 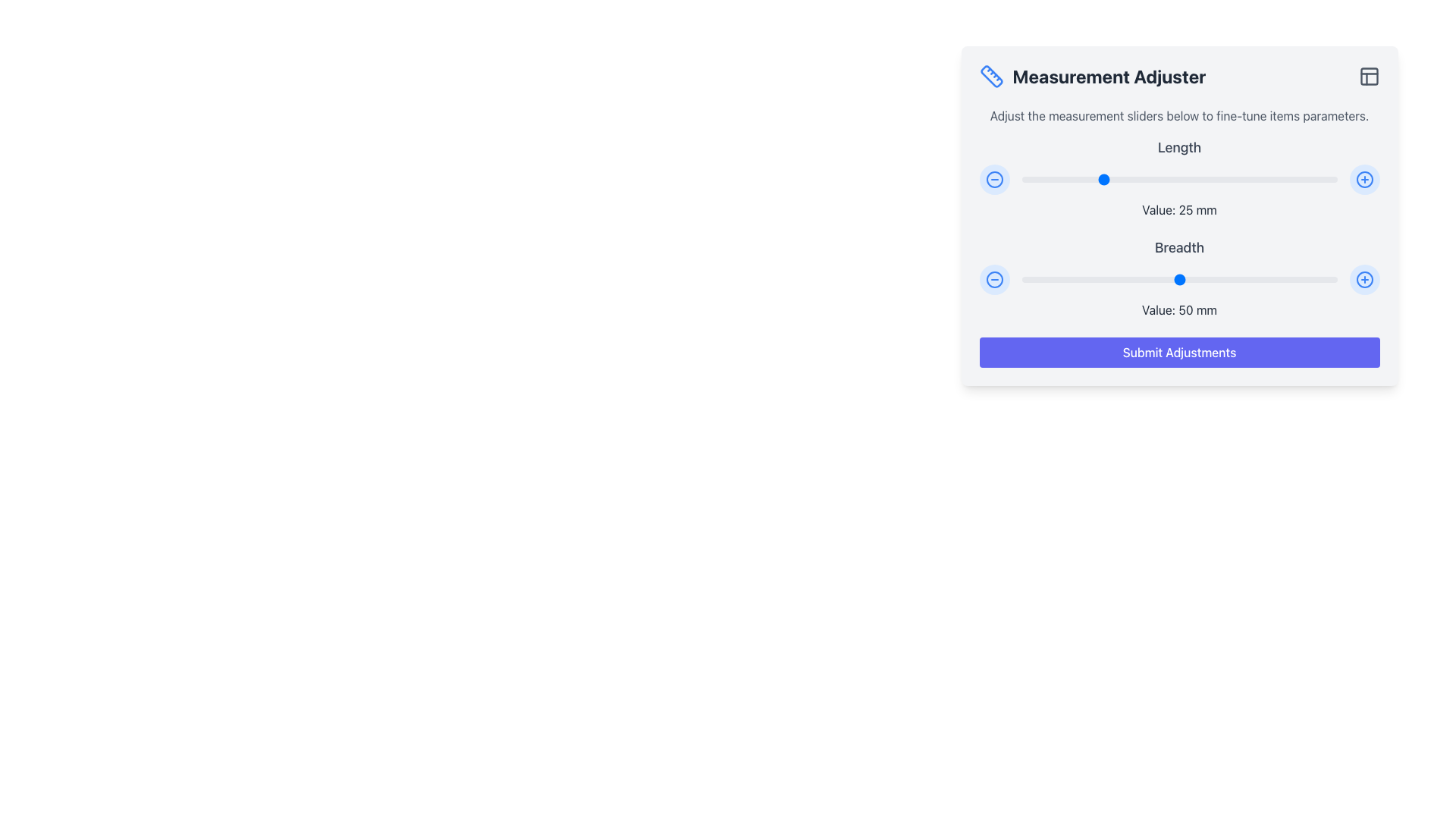 What do you see at coordinates (1210, 178) in the screenshot?
I see `the length value` at bounding box center [1210, 178].